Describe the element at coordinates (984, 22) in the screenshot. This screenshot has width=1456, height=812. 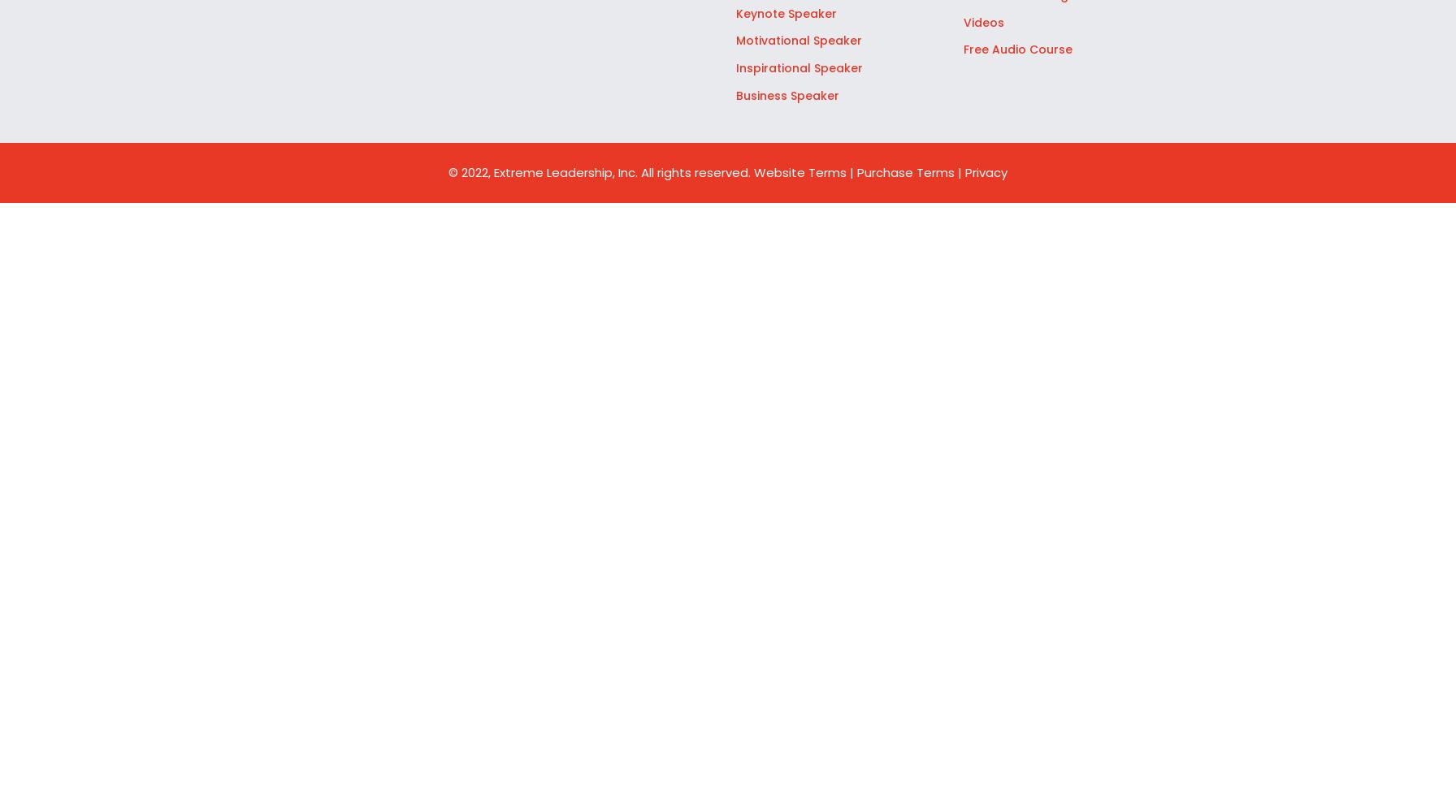
I see `'Videos'` at that location.